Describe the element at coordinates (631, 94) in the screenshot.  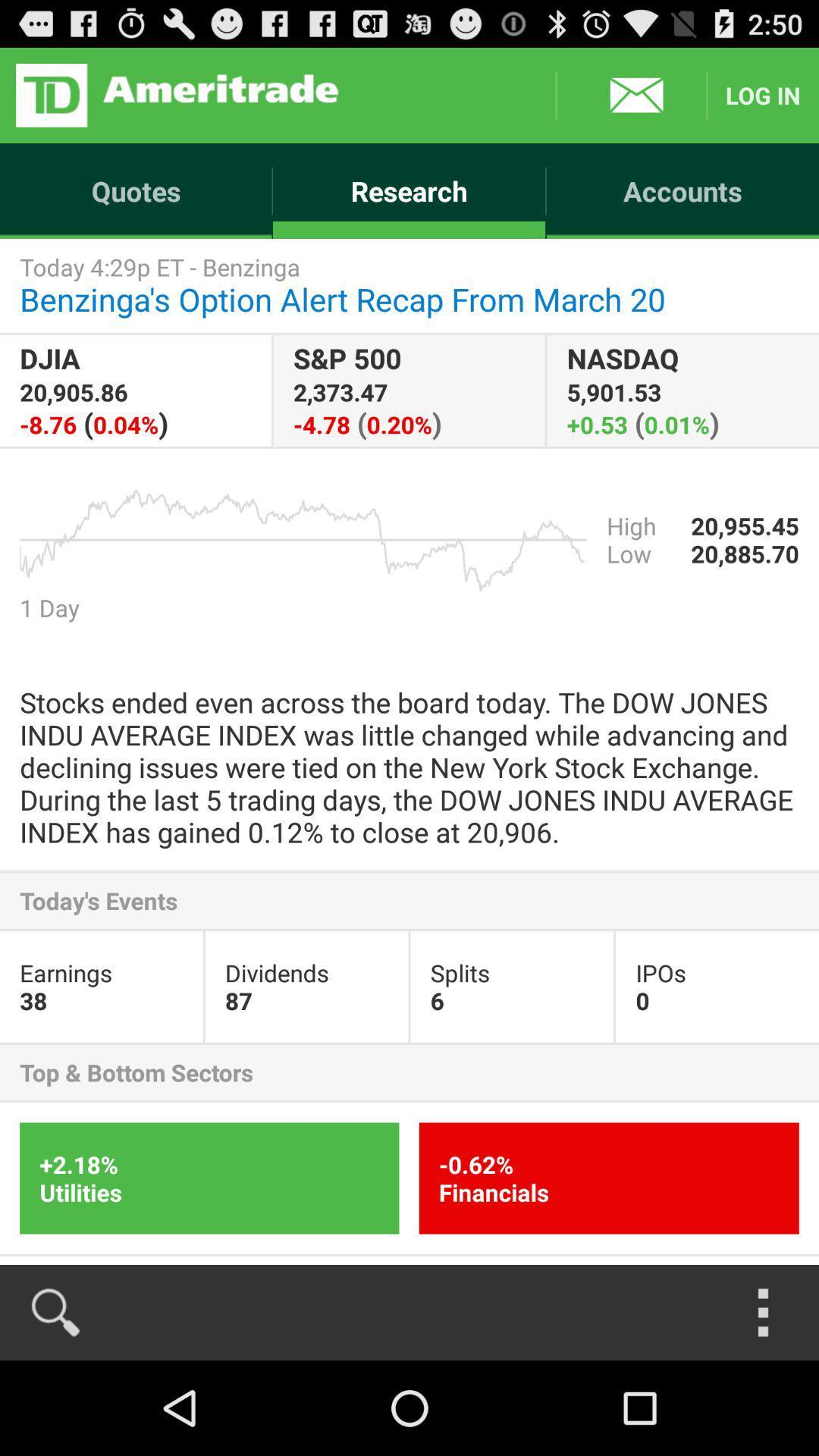
I see `open messages` at that location.